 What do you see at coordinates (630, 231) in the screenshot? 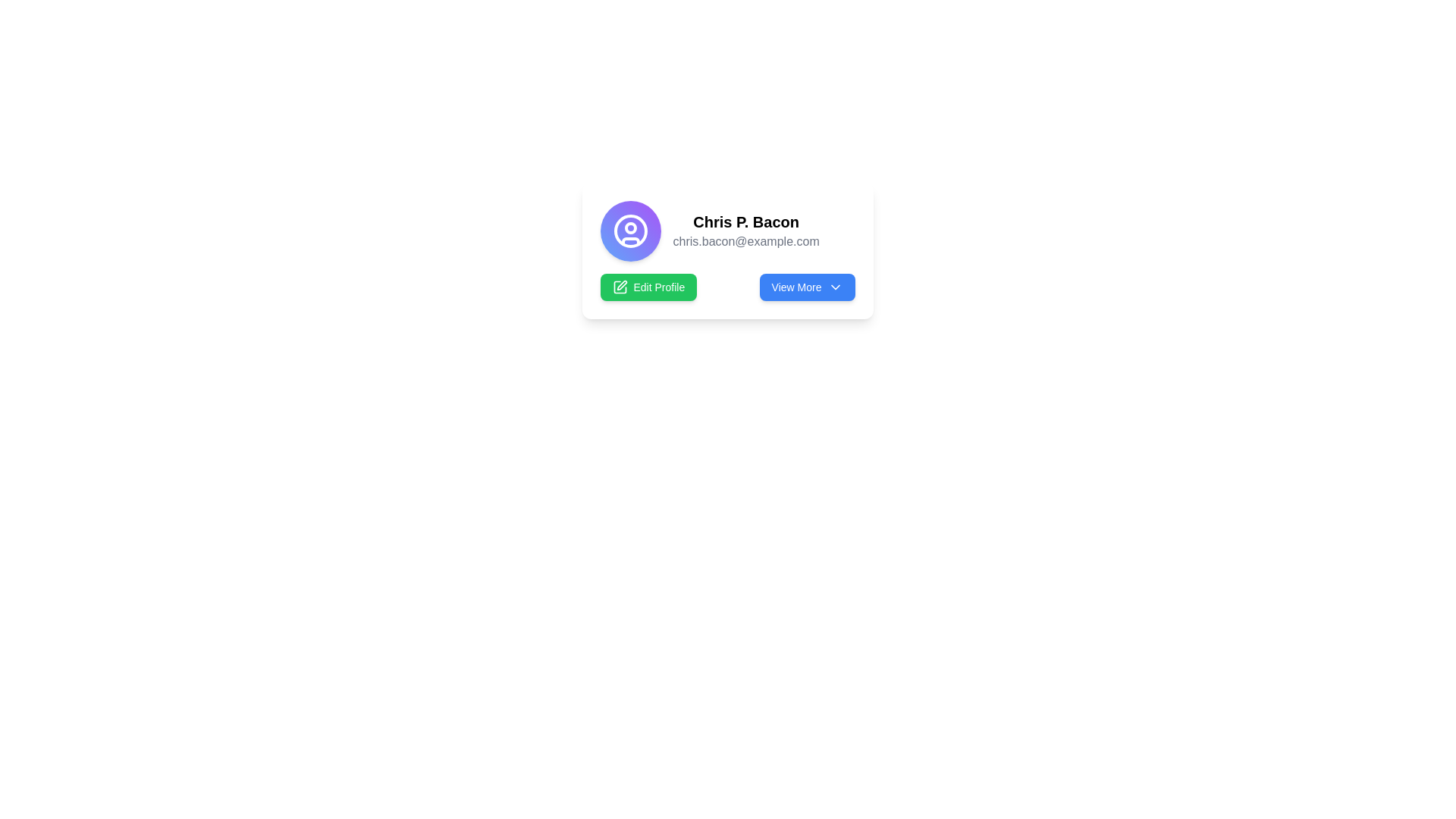
I see `the circular user profile icon with a gradient background located to the left of the text 'Chris P. Bacon' and 'chris.bacon@example.com'` at bounding box center [630, 231].